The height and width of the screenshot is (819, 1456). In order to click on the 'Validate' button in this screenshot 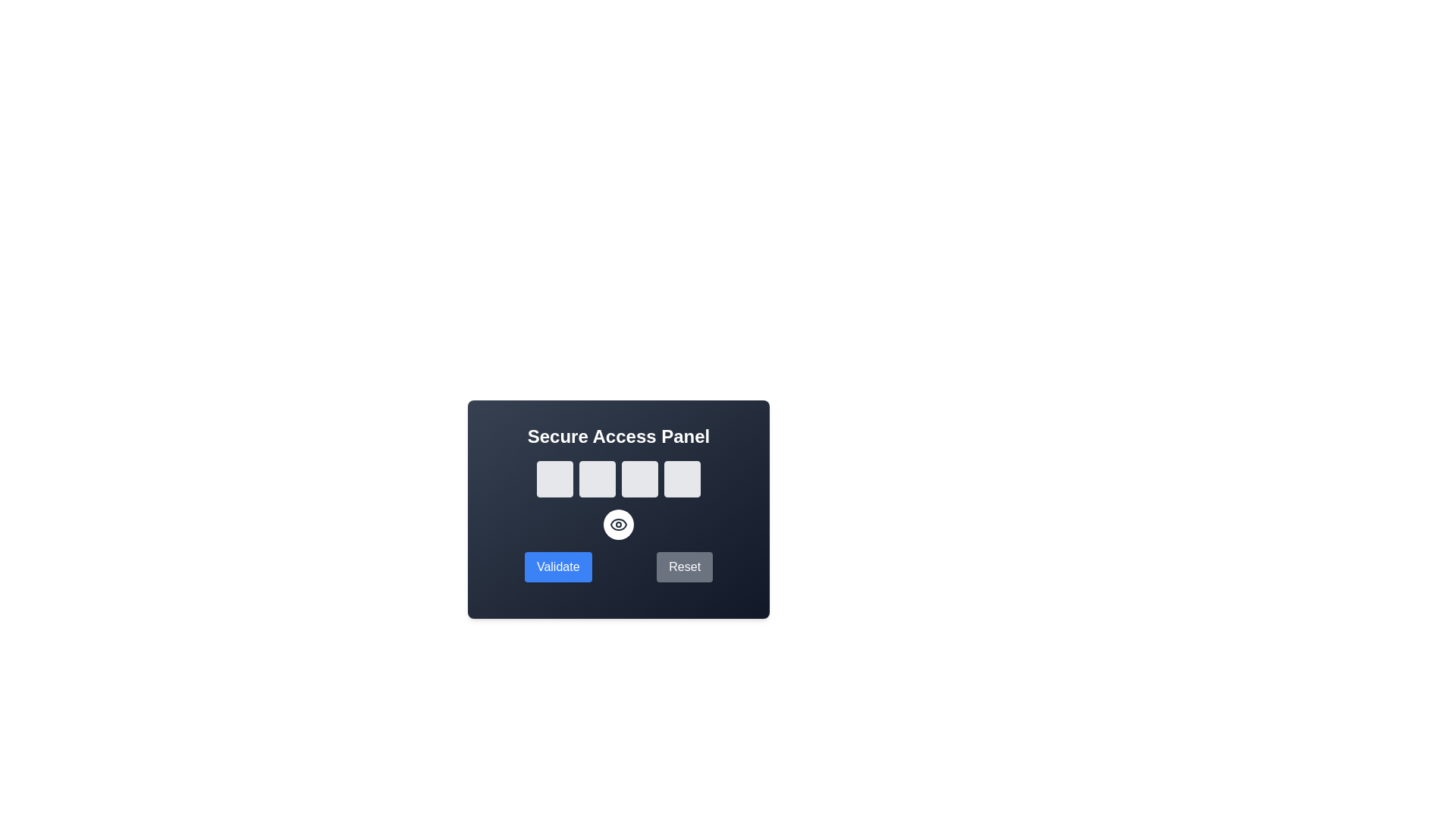, I will do `click(557, 567)`.